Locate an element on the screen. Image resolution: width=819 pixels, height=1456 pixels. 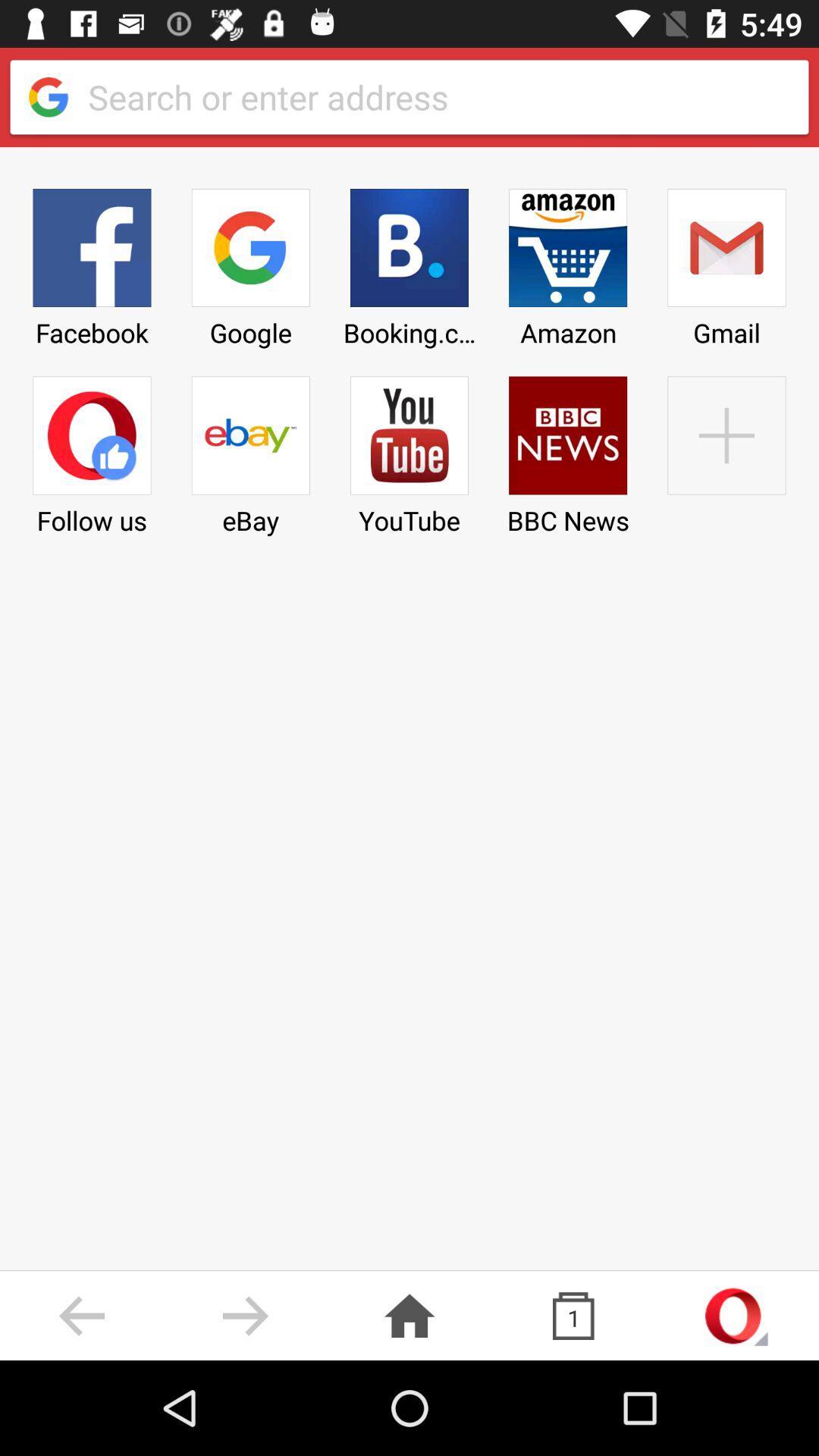
the ebay icon is located at coordinates (249, 450).